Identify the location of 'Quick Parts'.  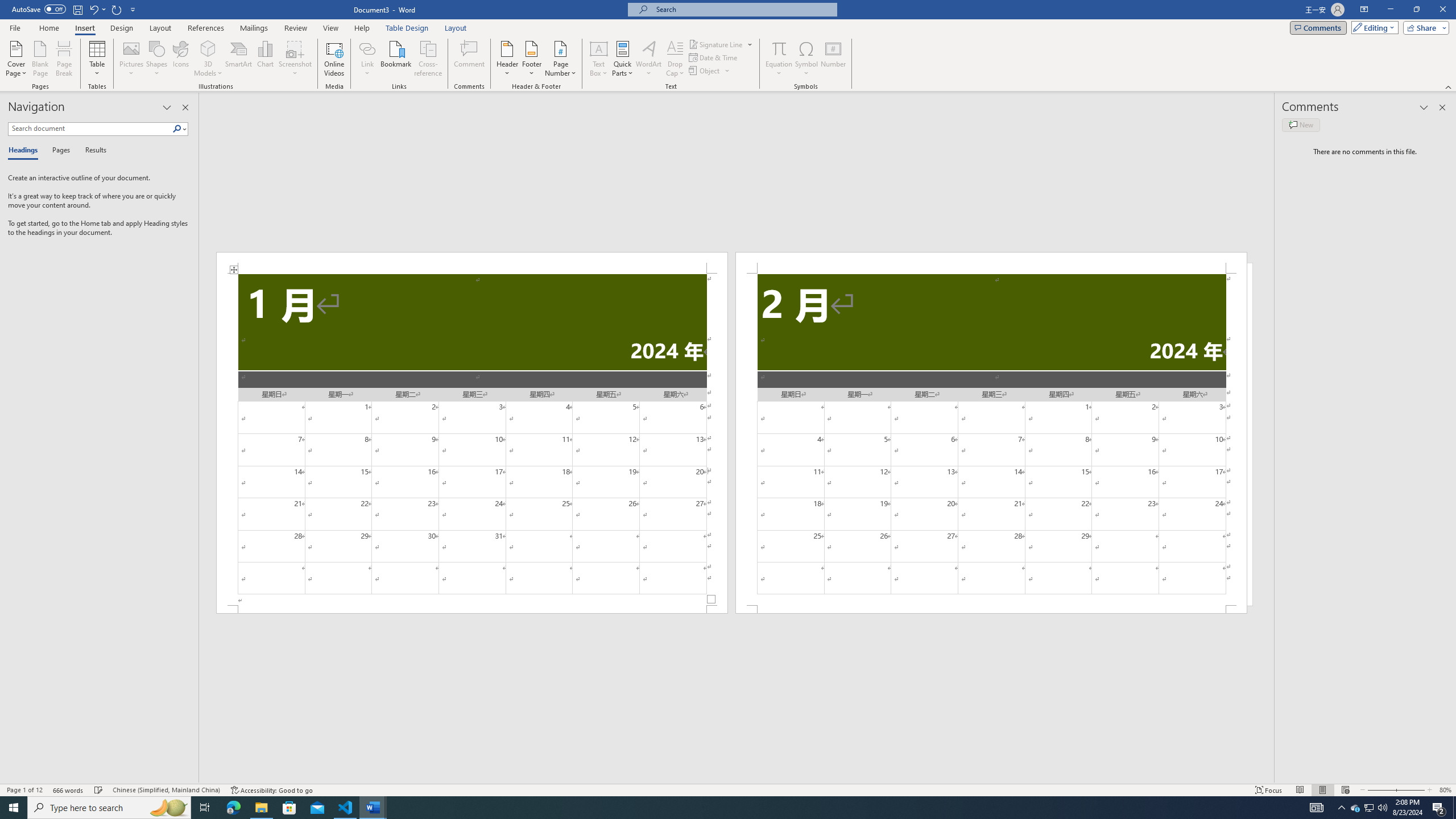
(622, 59).